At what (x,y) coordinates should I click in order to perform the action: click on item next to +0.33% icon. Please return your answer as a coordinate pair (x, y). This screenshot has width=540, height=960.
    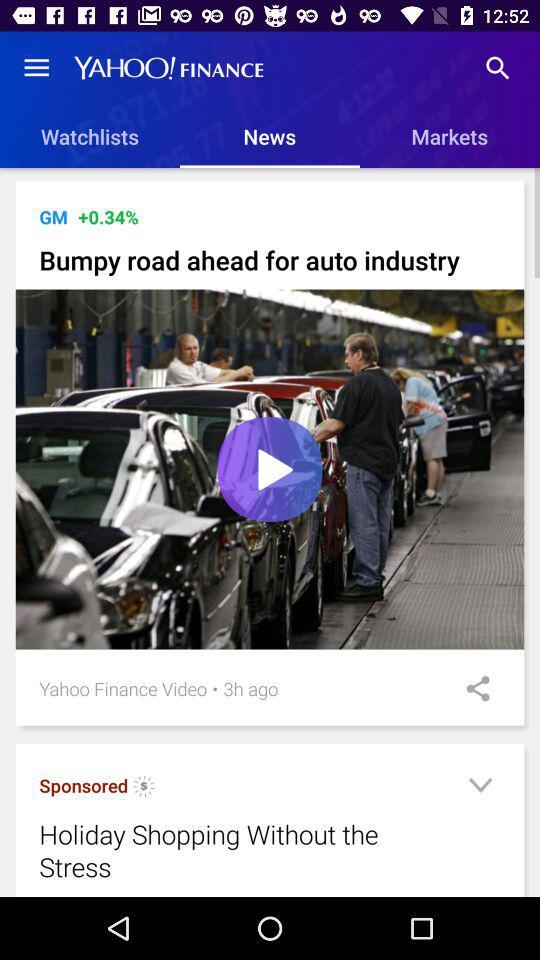
    Looking at the image, I should click on (53, 217).